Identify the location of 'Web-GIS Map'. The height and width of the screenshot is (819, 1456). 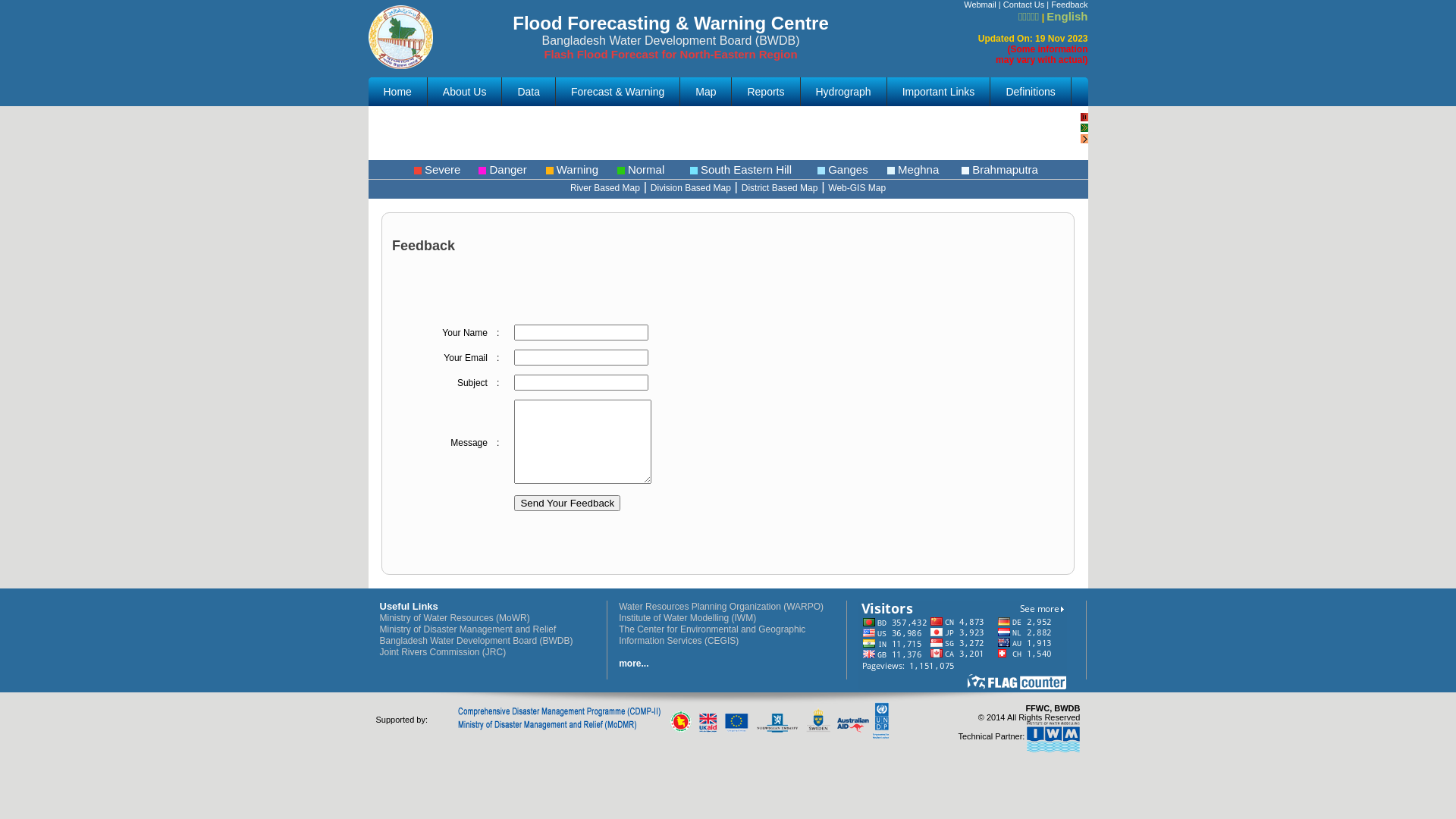
(856, 187).